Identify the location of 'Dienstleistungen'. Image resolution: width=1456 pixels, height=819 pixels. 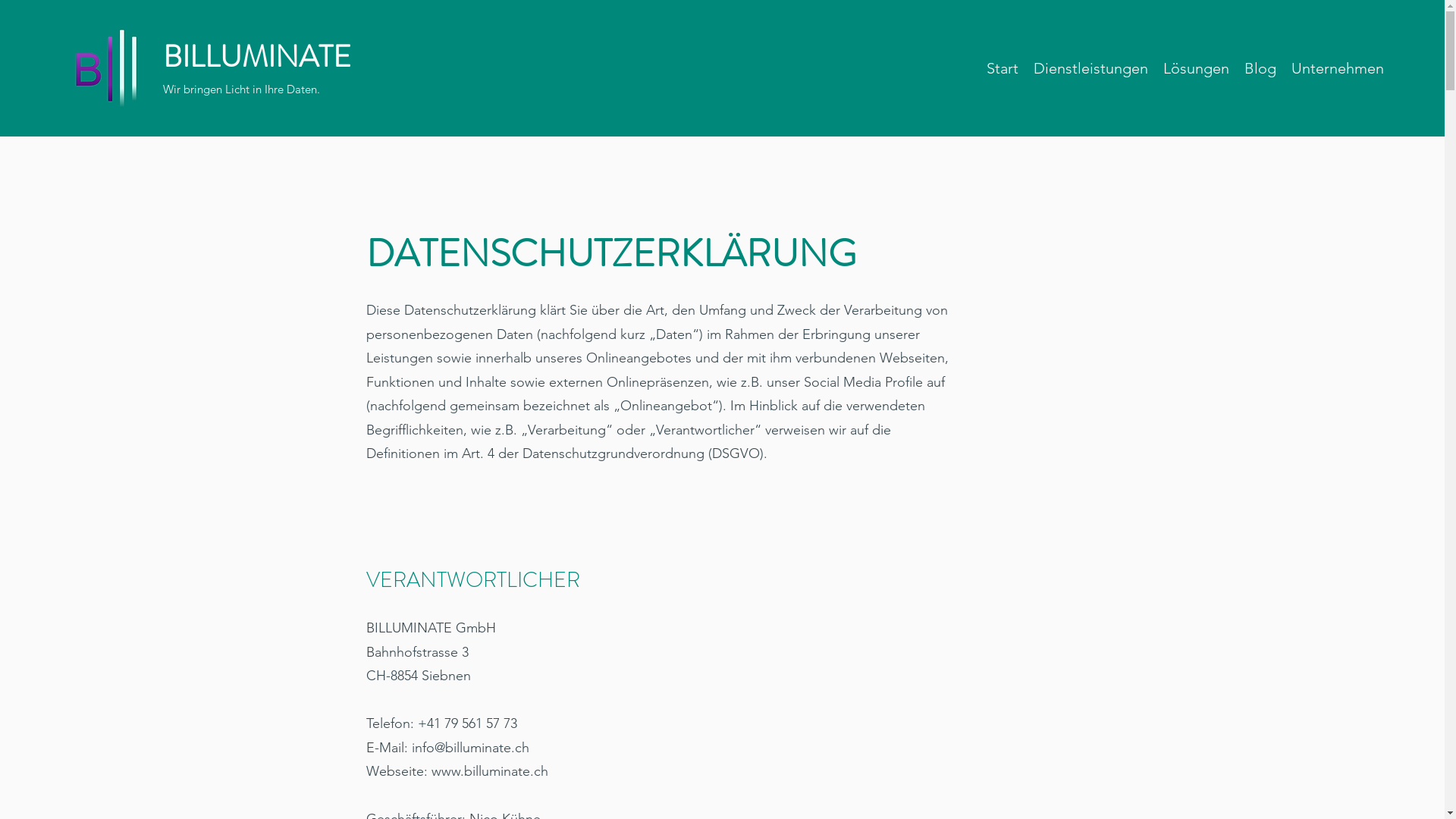
(1026, 67).